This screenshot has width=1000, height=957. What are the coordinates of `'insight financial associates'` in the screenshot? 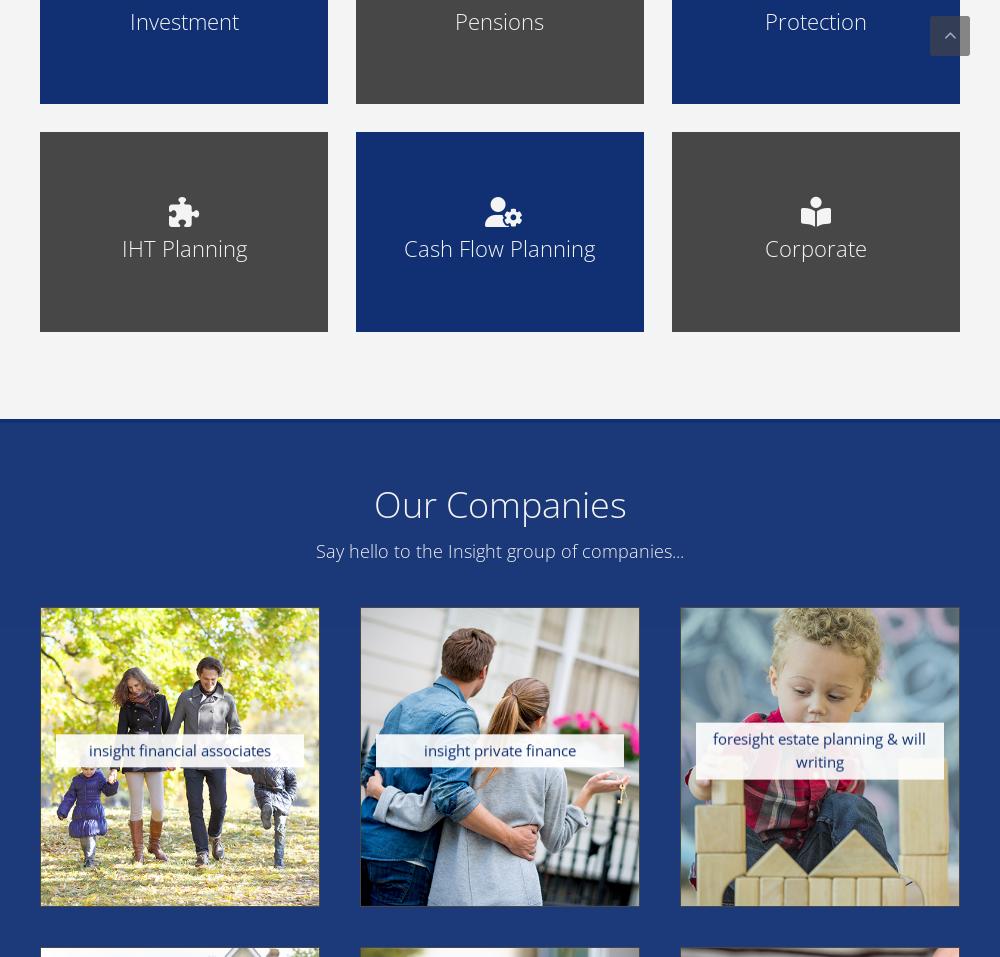 It's located at (179, 750).